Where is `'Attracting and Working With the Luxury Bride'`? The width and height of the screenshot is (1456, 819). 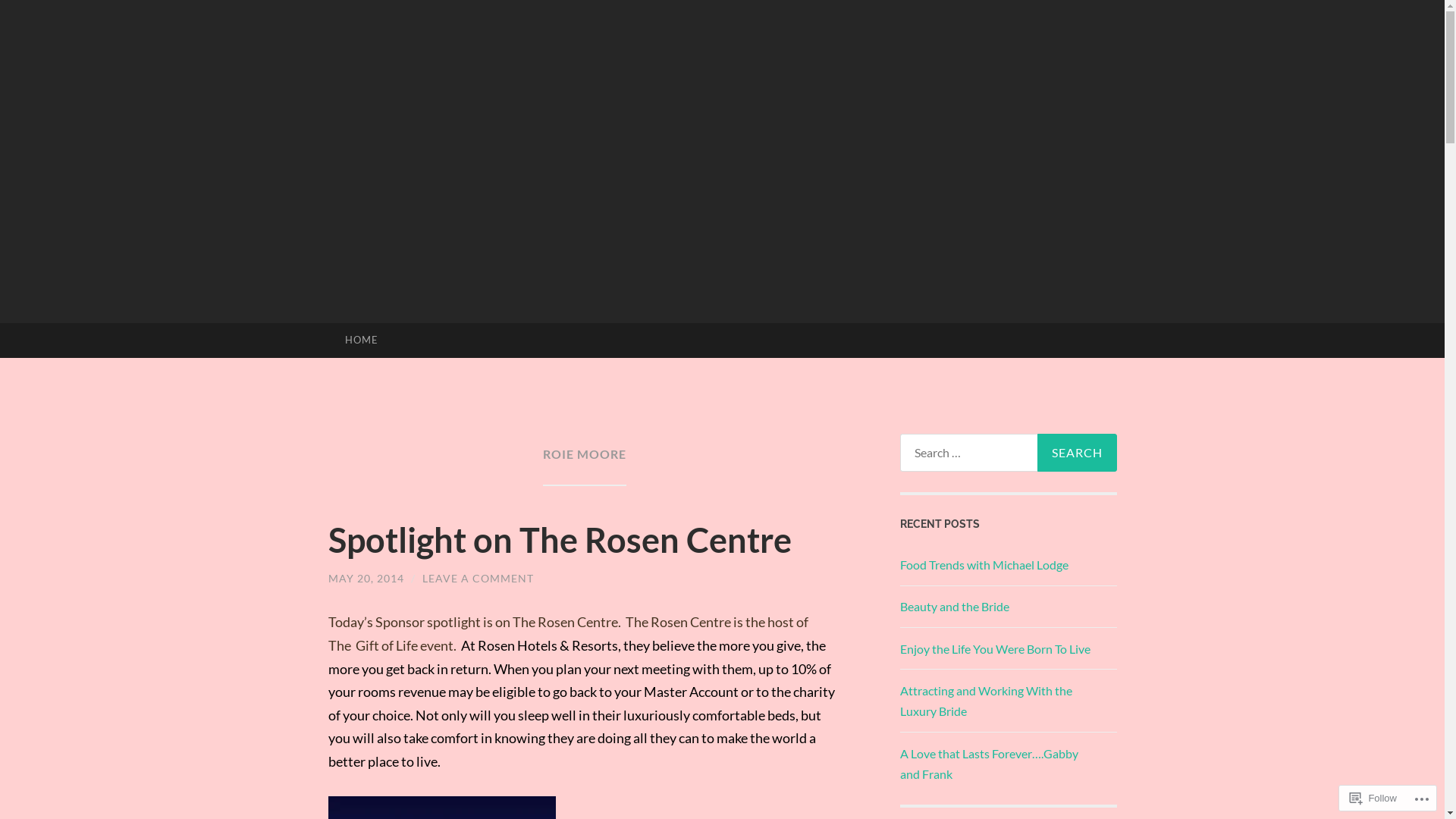 'Attracting and Working With the Luxury Bride' is located at coordinates (899, 701).